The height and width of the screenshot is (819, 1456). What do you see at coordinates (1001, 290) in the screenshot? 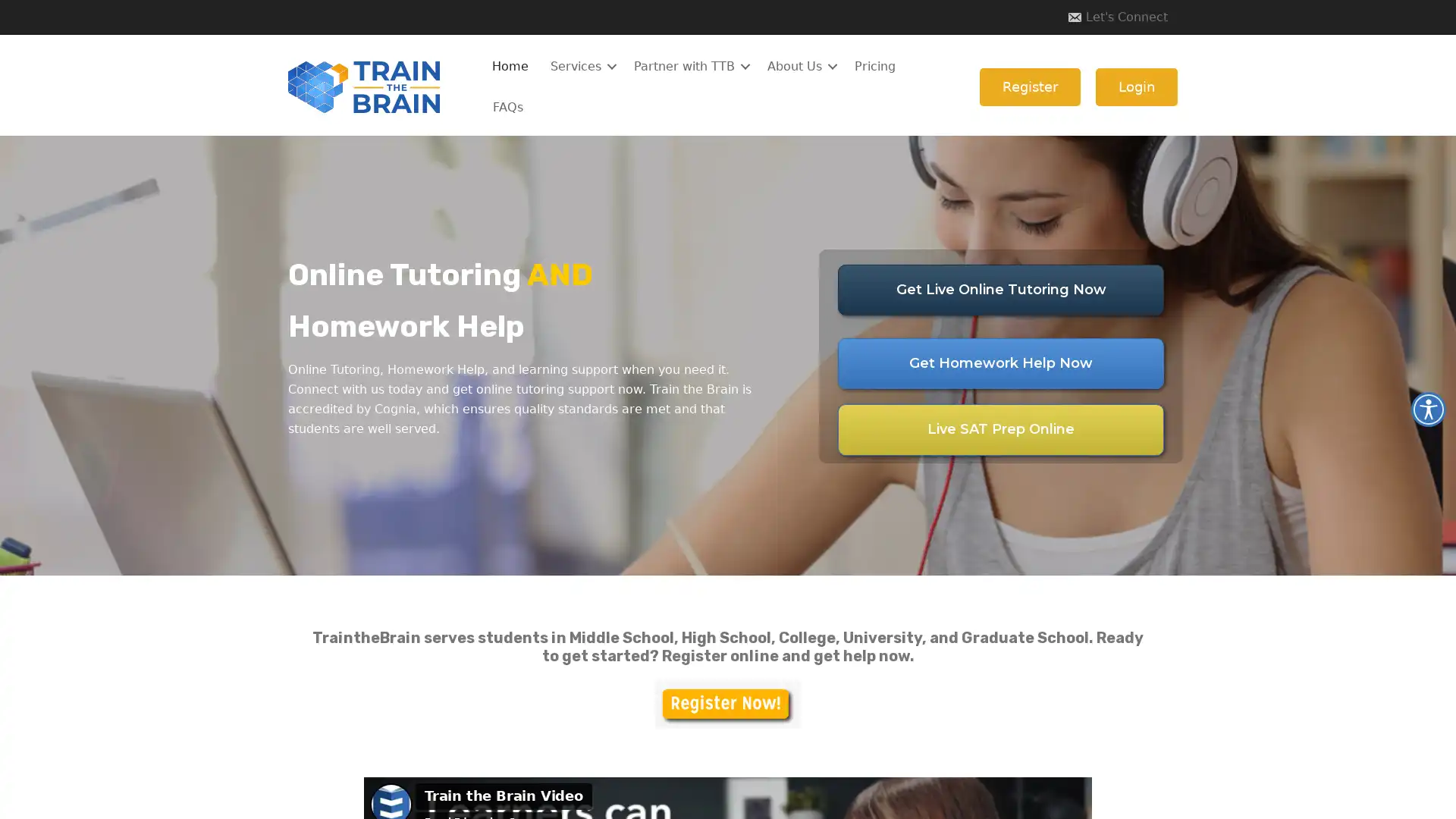
I see `Get Live Online Tutoring Now` at bounding box center [1001, 290].